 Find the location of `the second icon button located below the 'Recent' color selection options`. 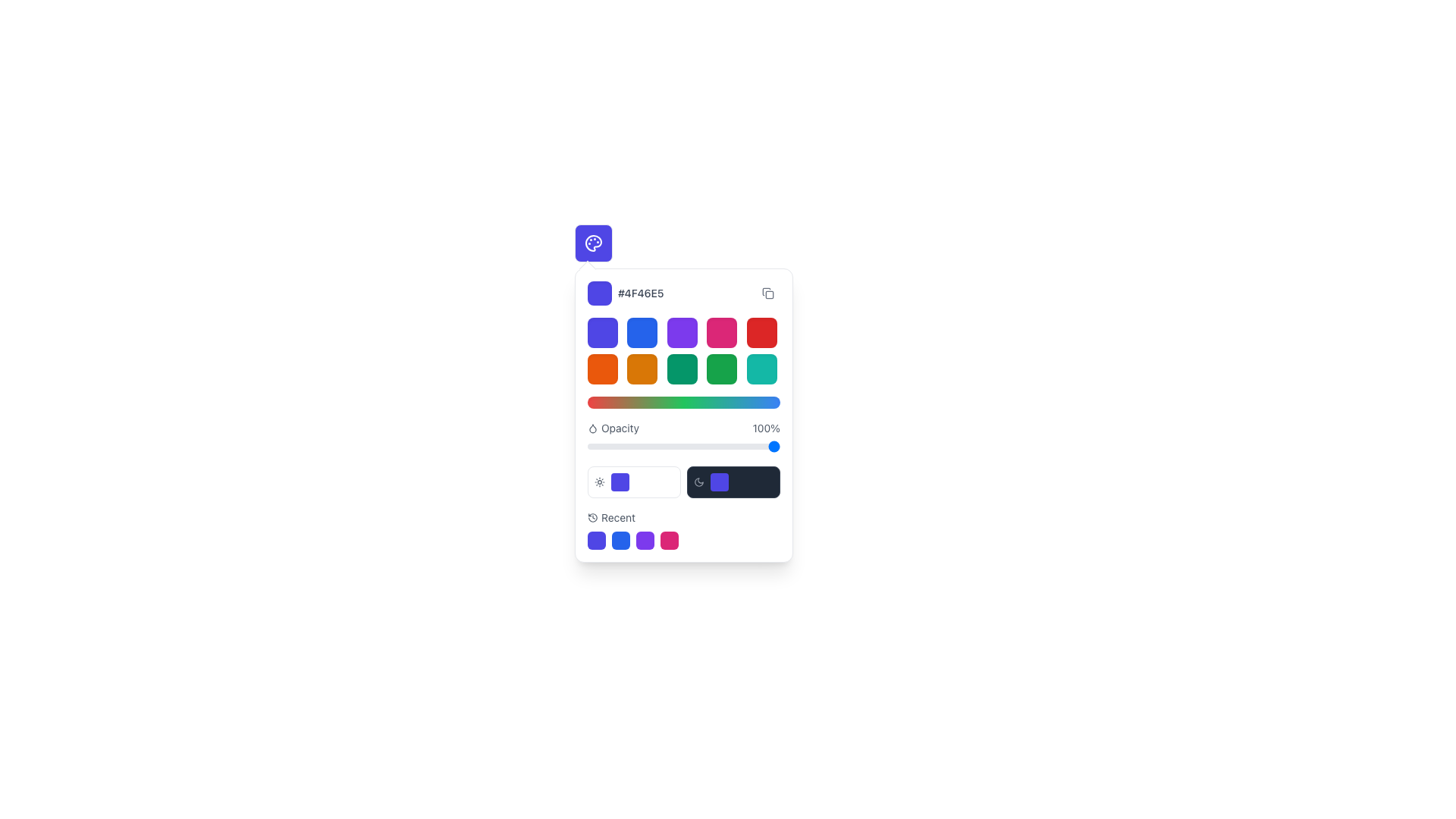

the second icon button located below the 'Recent' color selection options is located at coordinates (621, 540).